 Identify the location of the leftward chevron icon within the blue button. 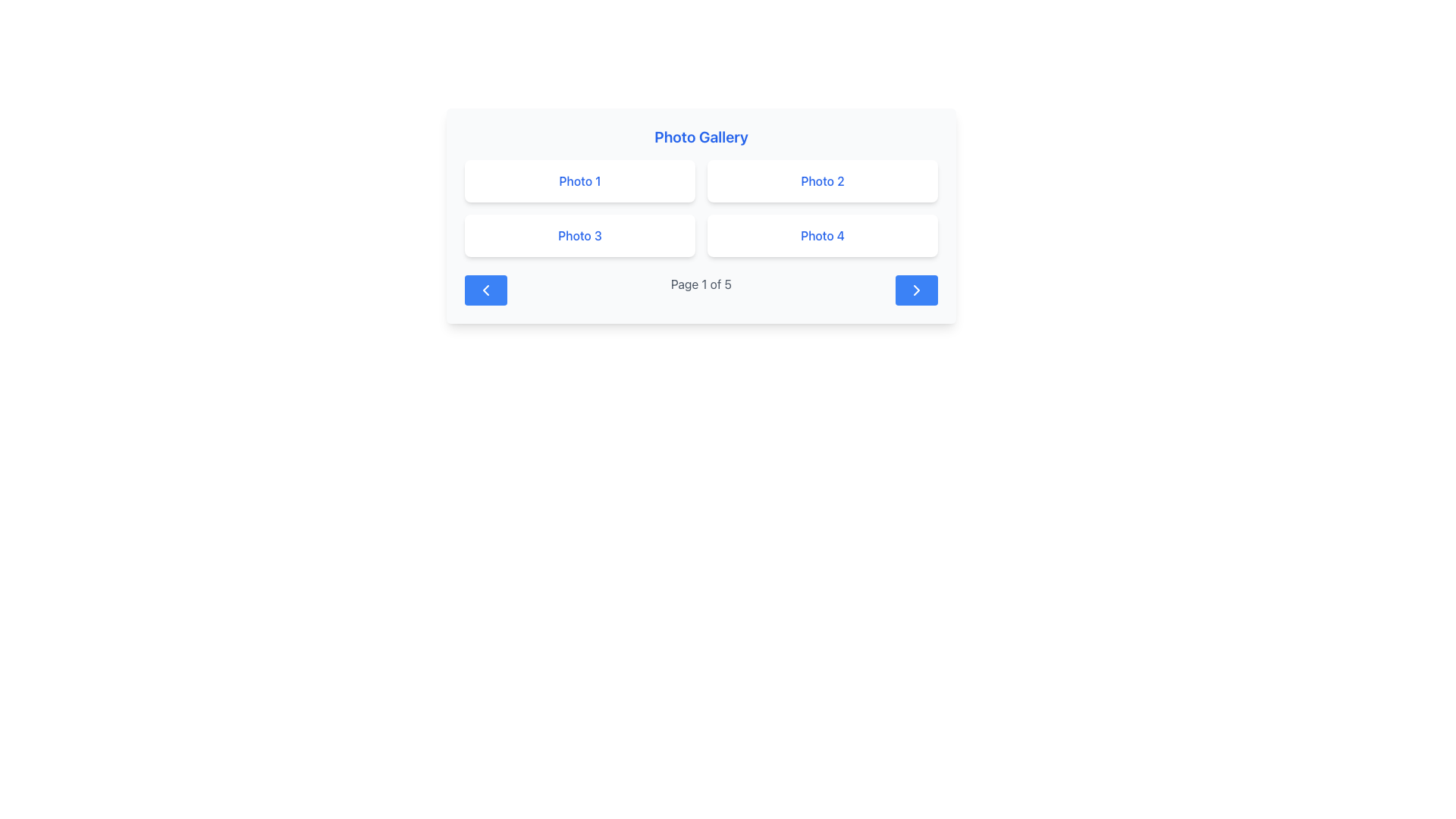
(486, 290).